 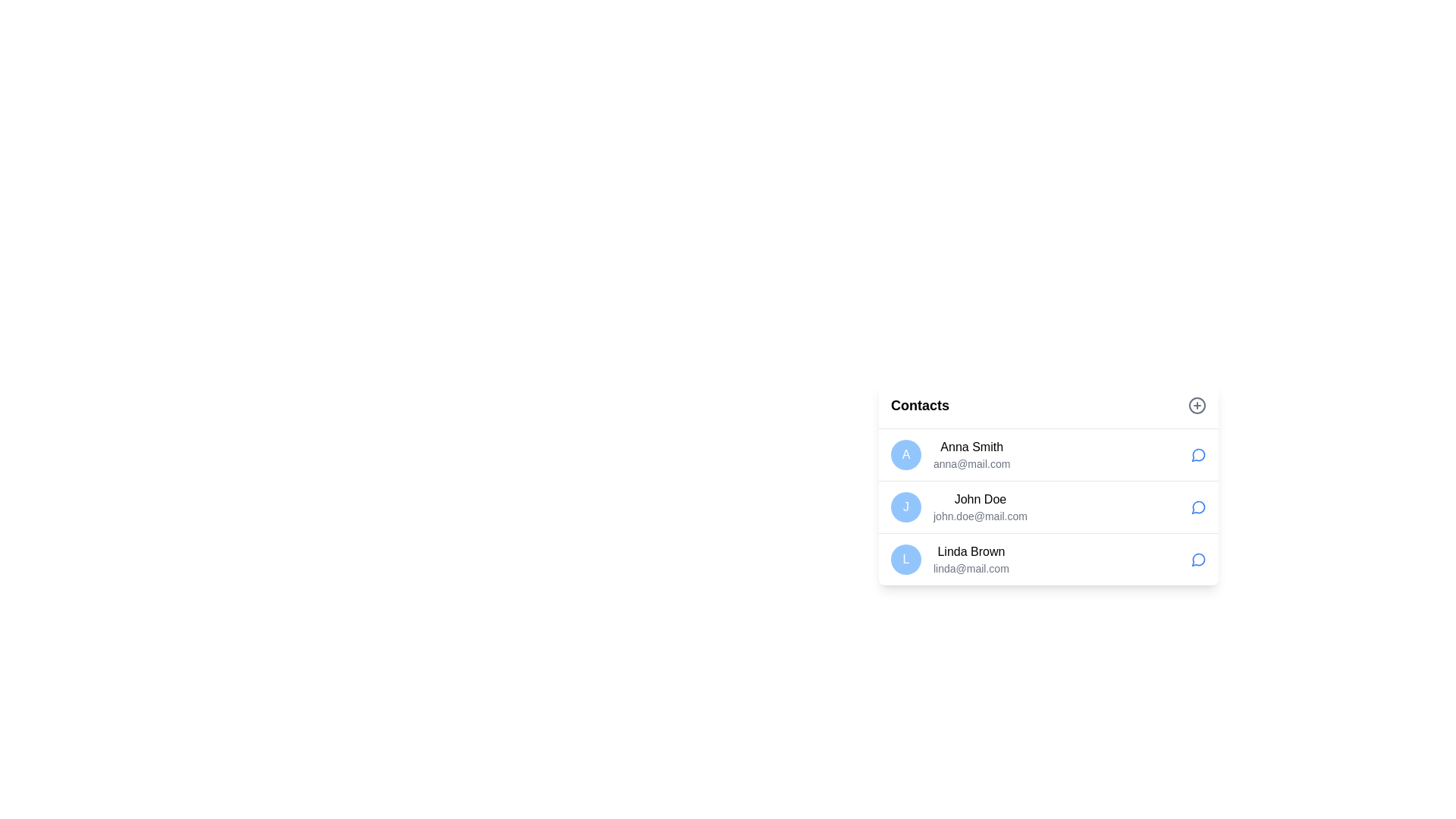 What do you see at coordinates (1047, 559) in the screenshot?
I see `the third list item representing a user's profile in the contact list` at bounding box center [1047, 559].